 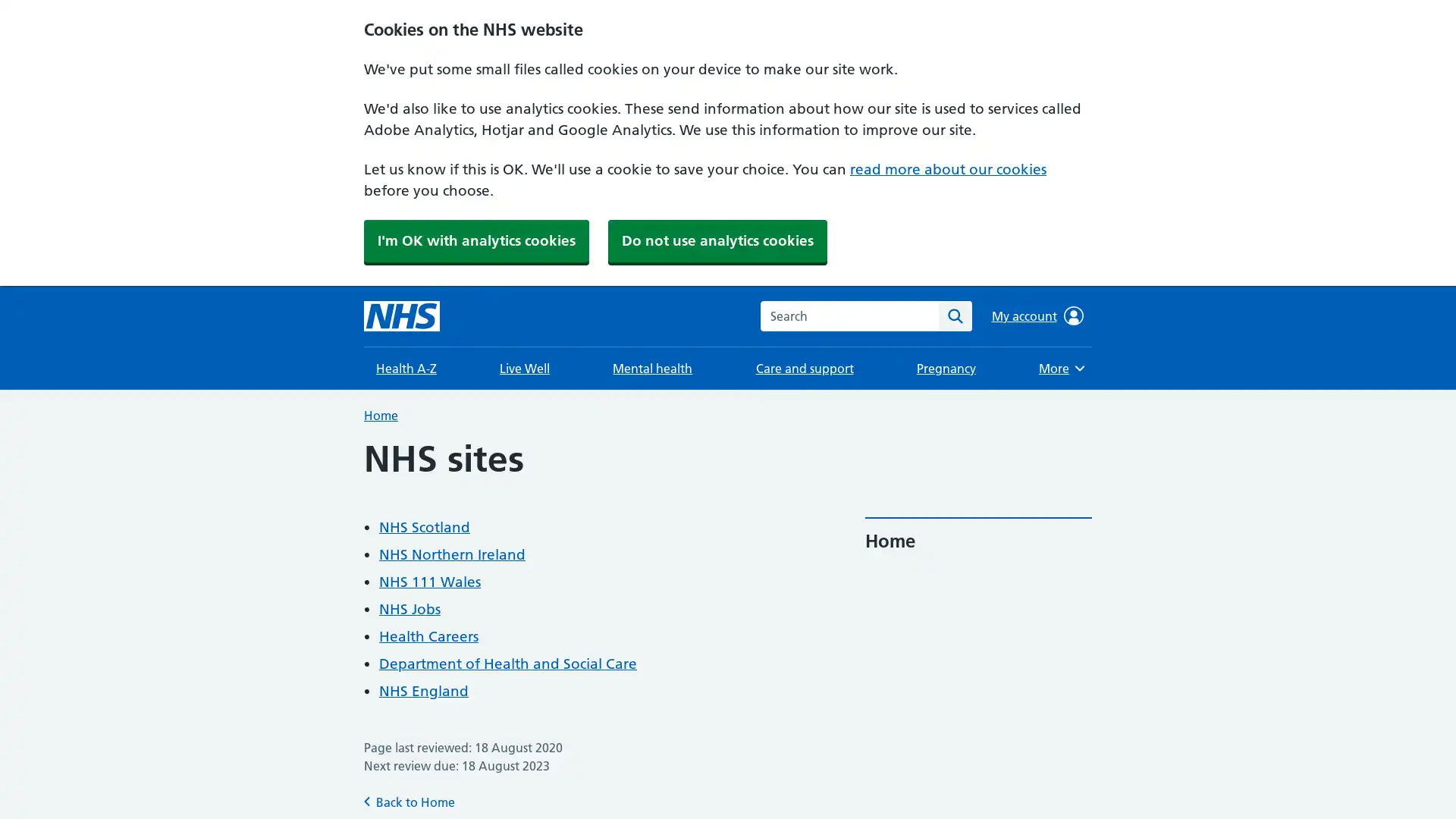 What do you see at coordinates (954, 315) in the screenshot?
I see `Search` at bounding box center [954, 315].